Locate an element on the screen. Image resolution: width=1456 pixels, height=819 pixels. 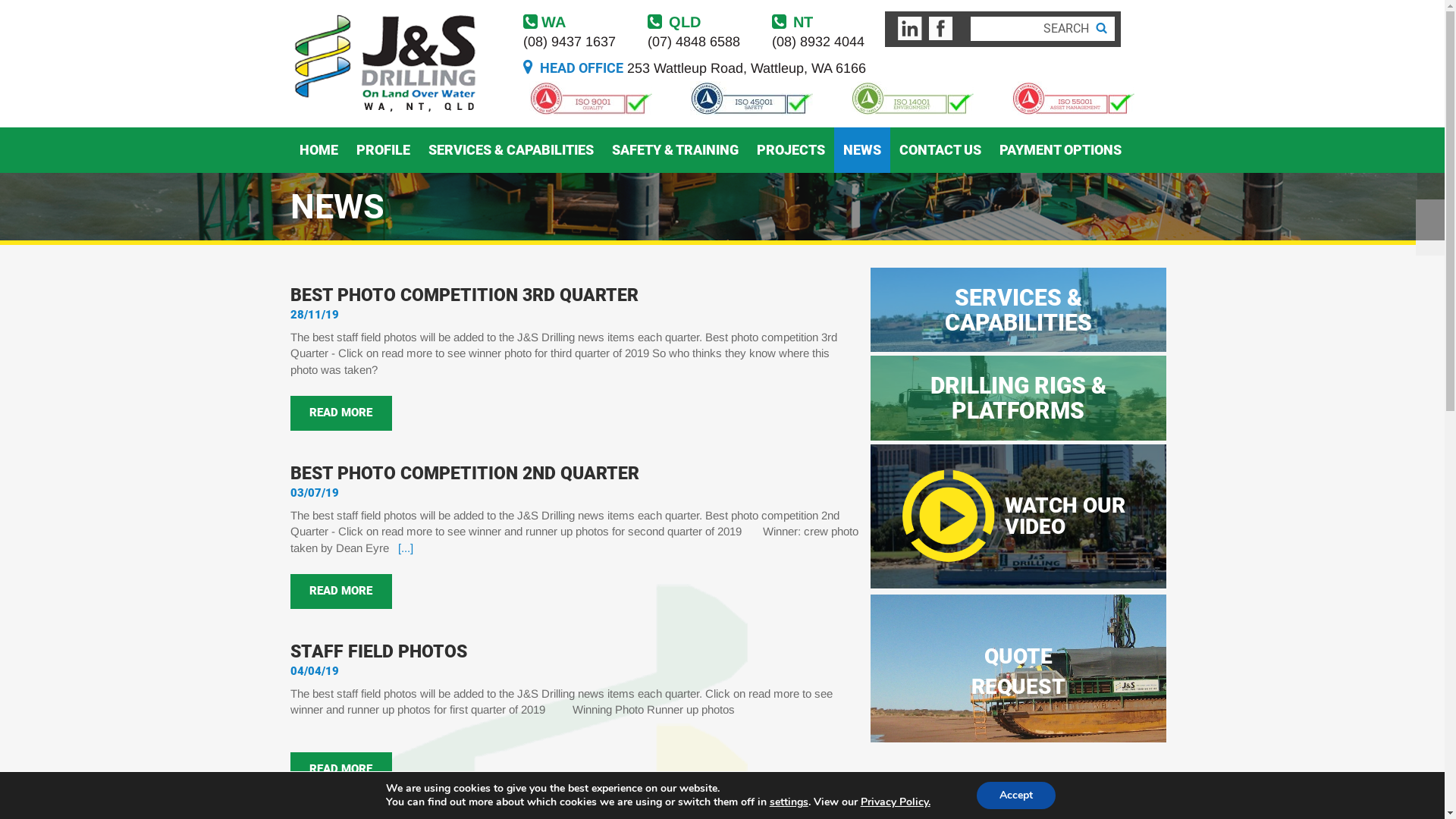
'Privacy Policy' is located at coordinates (894, 801).